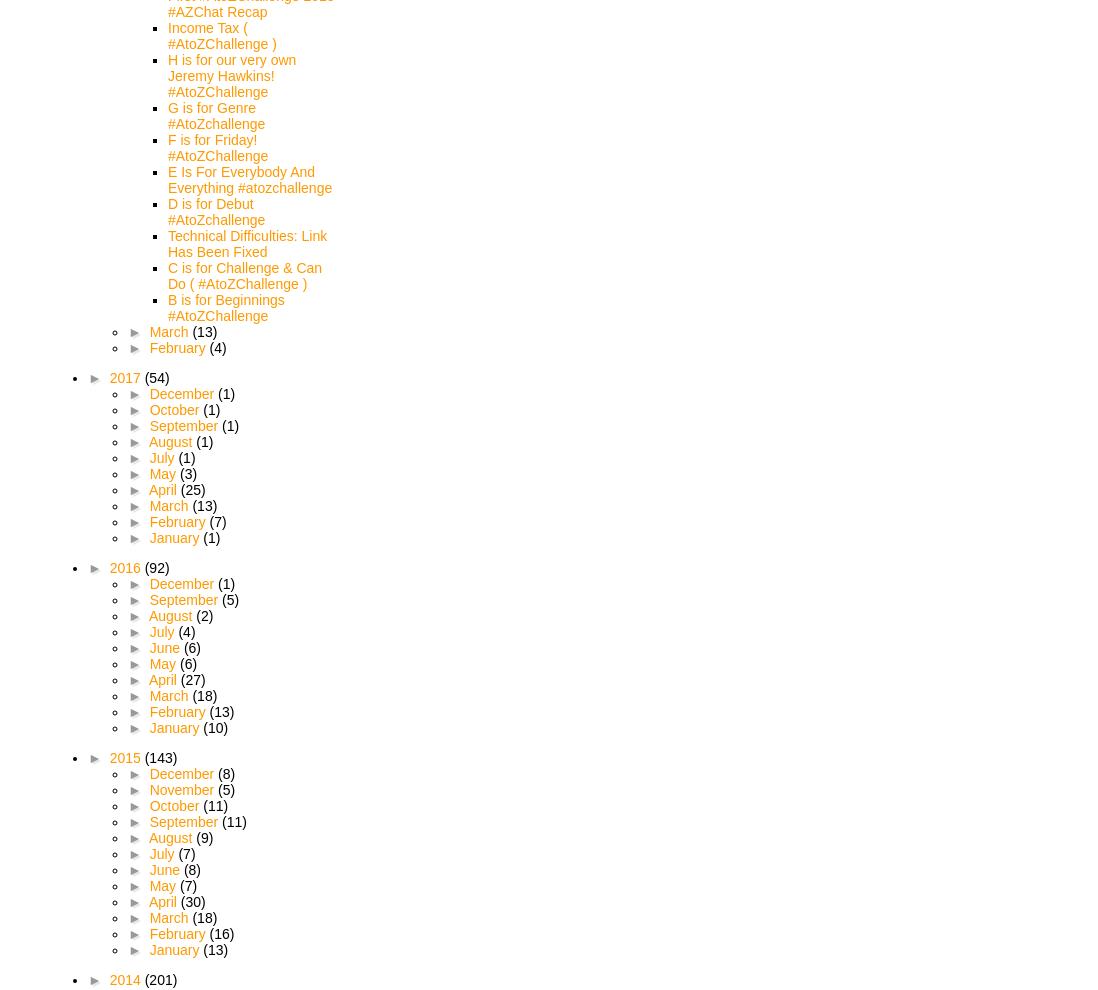  What do you see at coordinates (109, 567) in the screenshot?
I see `'2016'` at bounding box center [109, 567].